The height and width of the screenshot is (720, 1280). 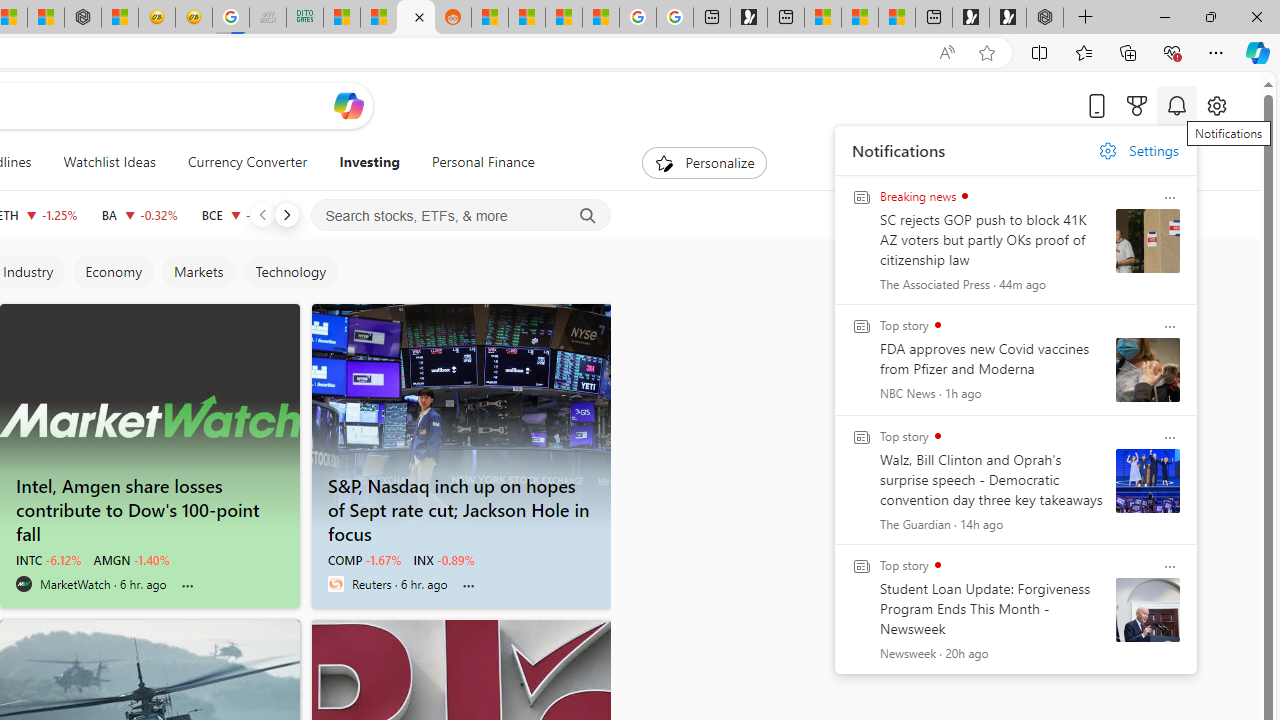 What do you see at coordinates (130, 560) in the screenshot?
I see `'AMGN -1.40%'` at bounding box center [130, 560].